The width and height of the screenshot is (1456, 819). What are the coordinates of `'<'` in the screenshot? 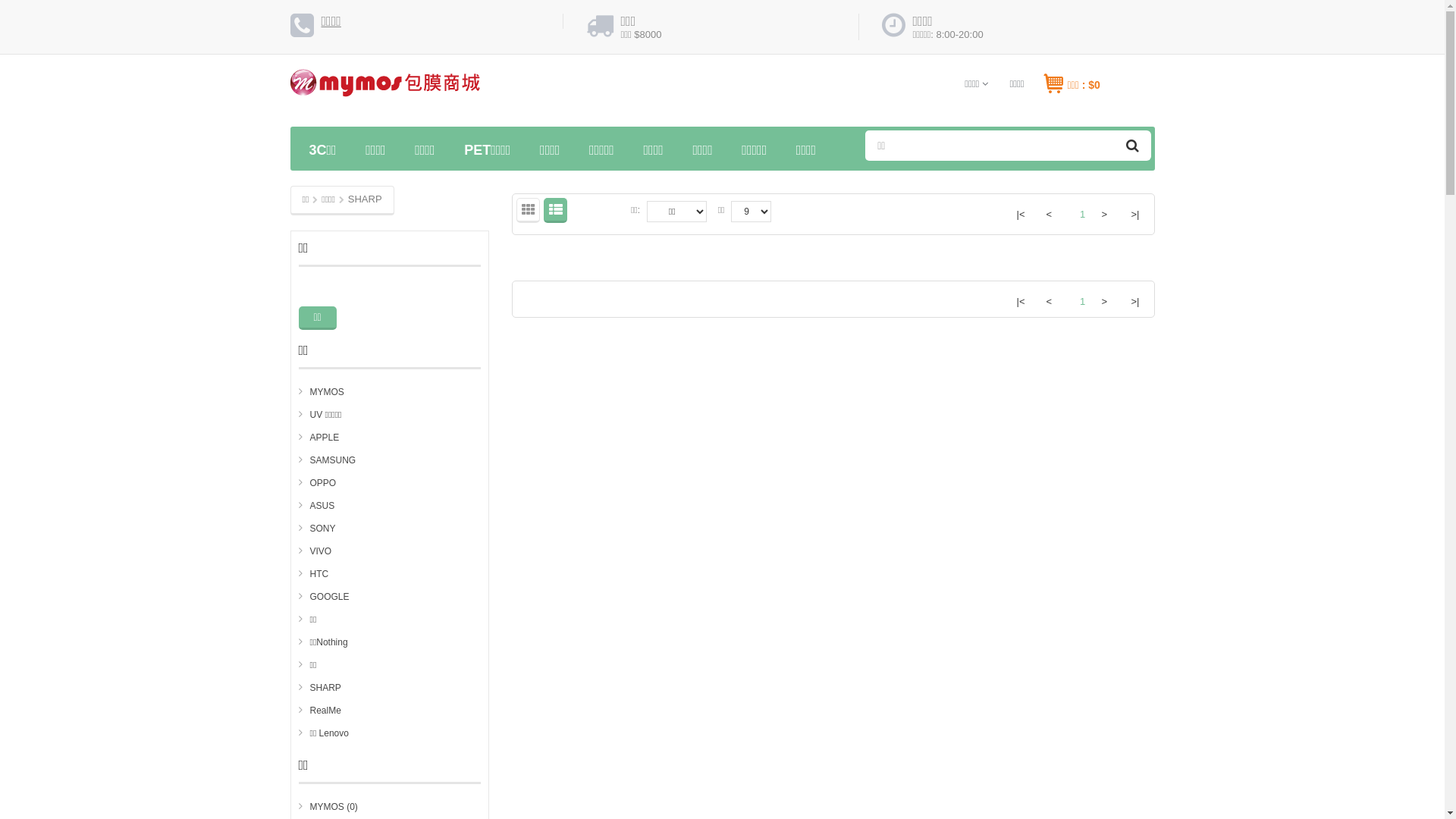 It's located at (1050, 213).